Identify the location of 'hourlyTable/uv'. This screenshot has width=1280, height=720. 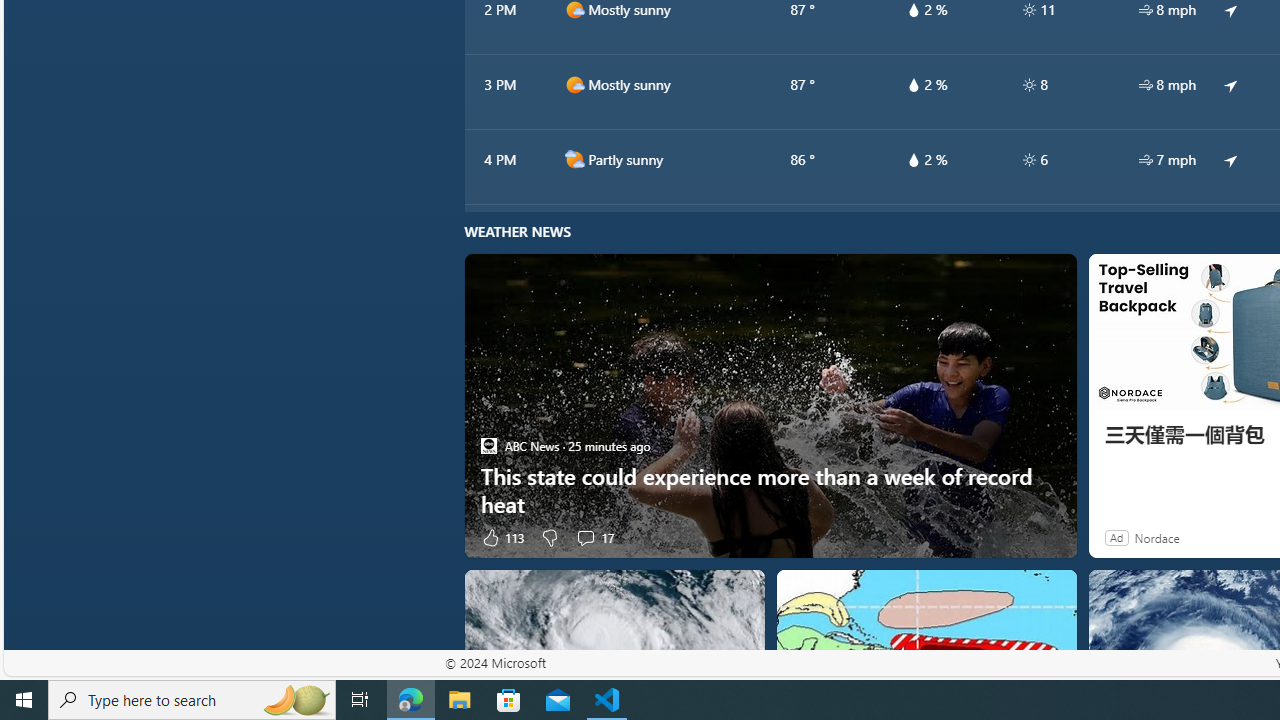
(1029, 158).